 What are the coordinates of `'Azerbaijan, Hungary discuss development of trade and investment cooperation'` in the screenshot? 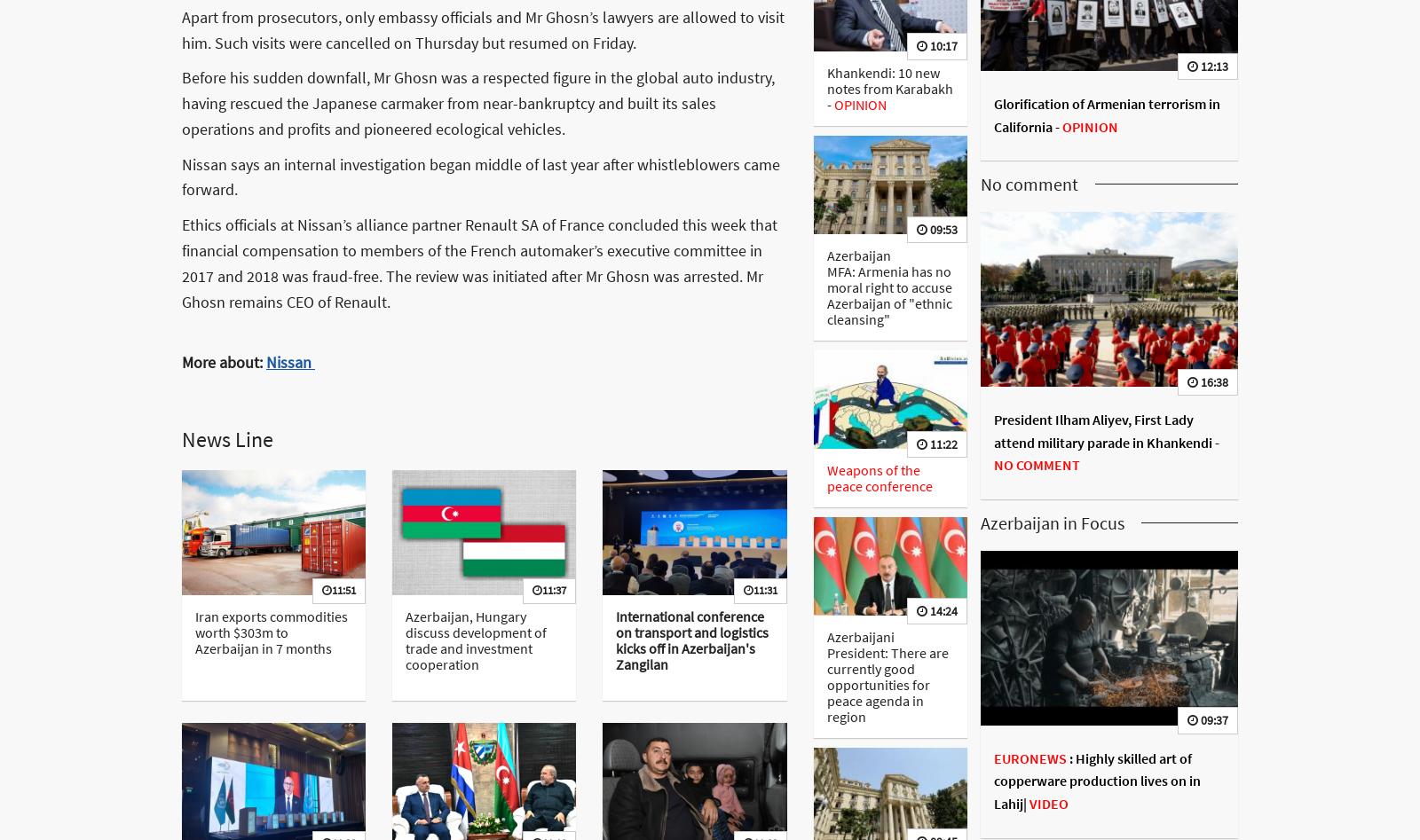 It's located at (475, 639).